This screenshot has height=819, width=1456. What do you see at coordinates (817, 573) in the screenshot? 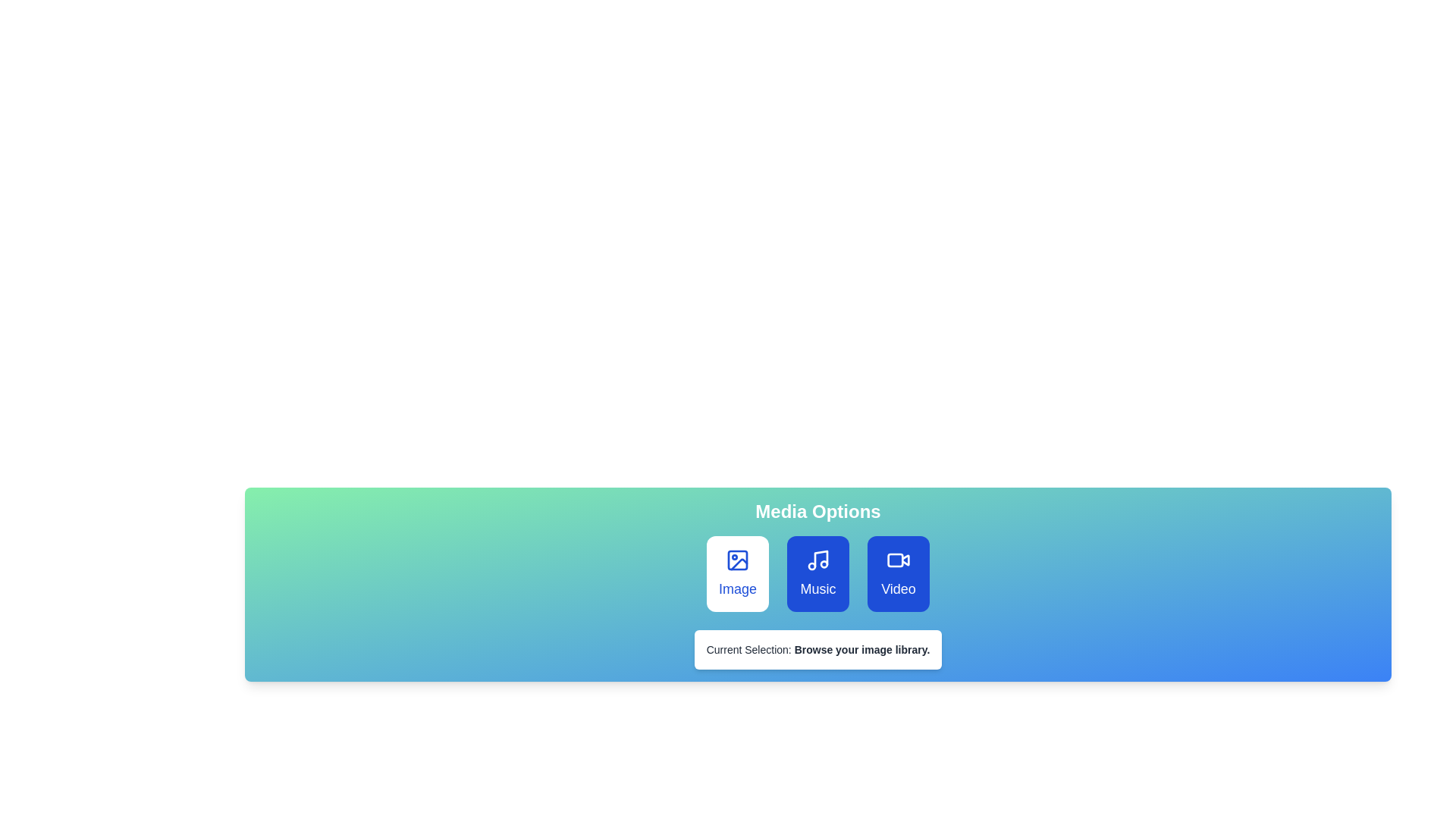
I see `the second button in the grid layout labeled 'Media Options'` at bounding box center [817, 573].